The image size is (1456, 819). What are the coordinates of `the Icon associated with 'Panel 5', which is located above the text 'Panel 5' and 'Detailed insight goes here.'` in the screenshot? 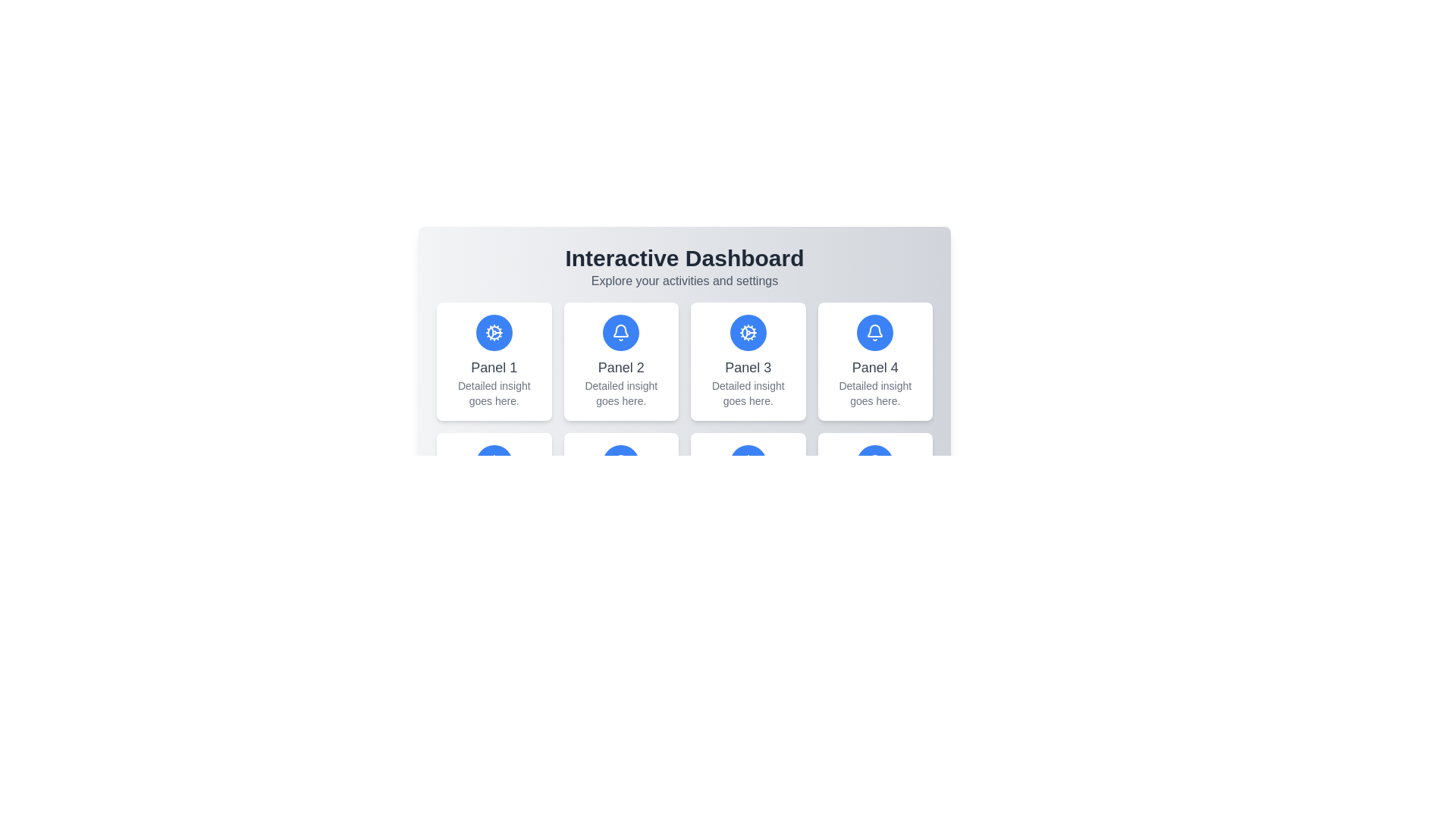 It's located at (494, 462).